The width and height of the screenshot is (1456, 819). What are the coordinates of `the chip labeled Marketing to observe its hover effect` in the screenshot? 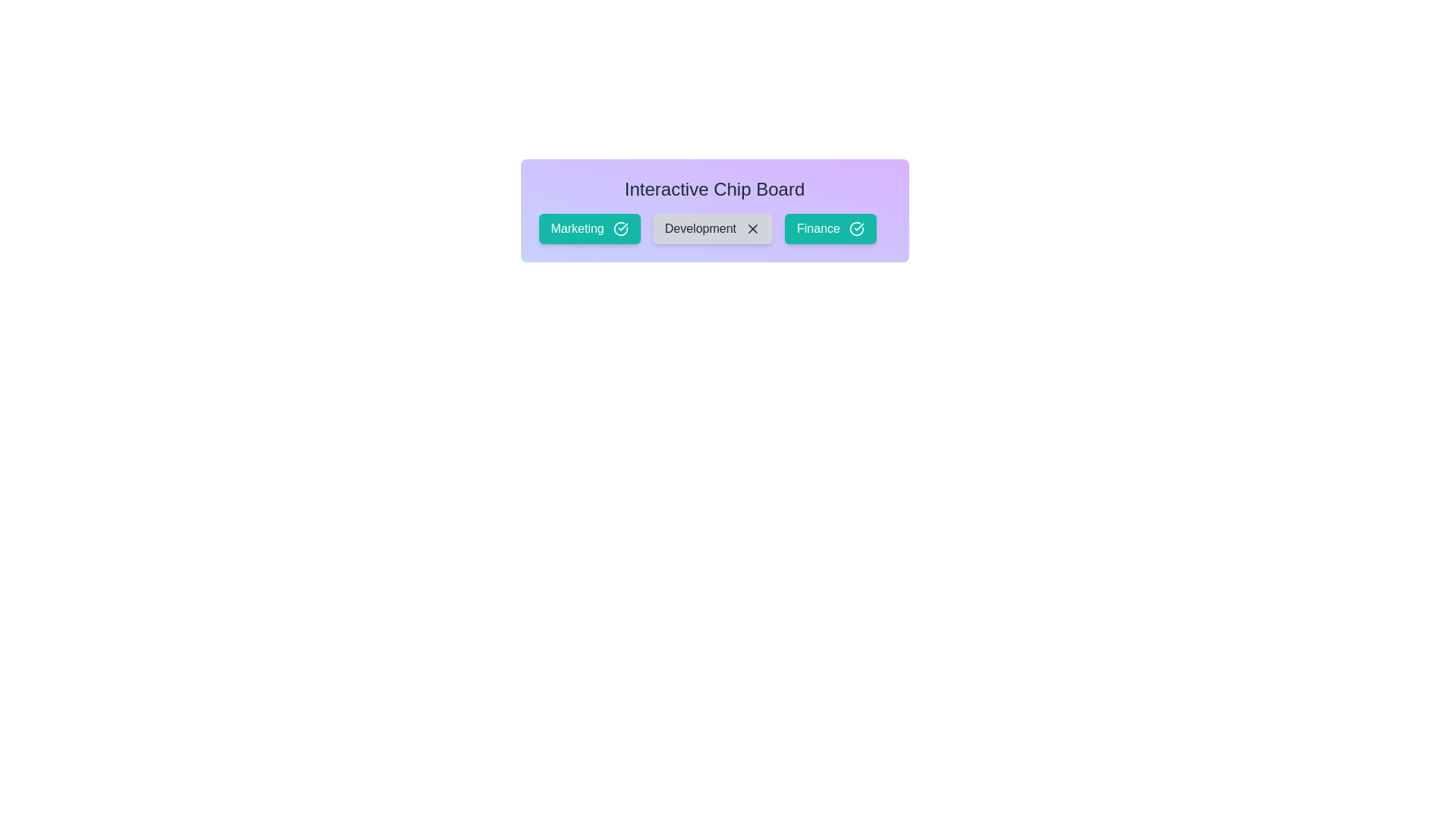 It's located at (588, 228).